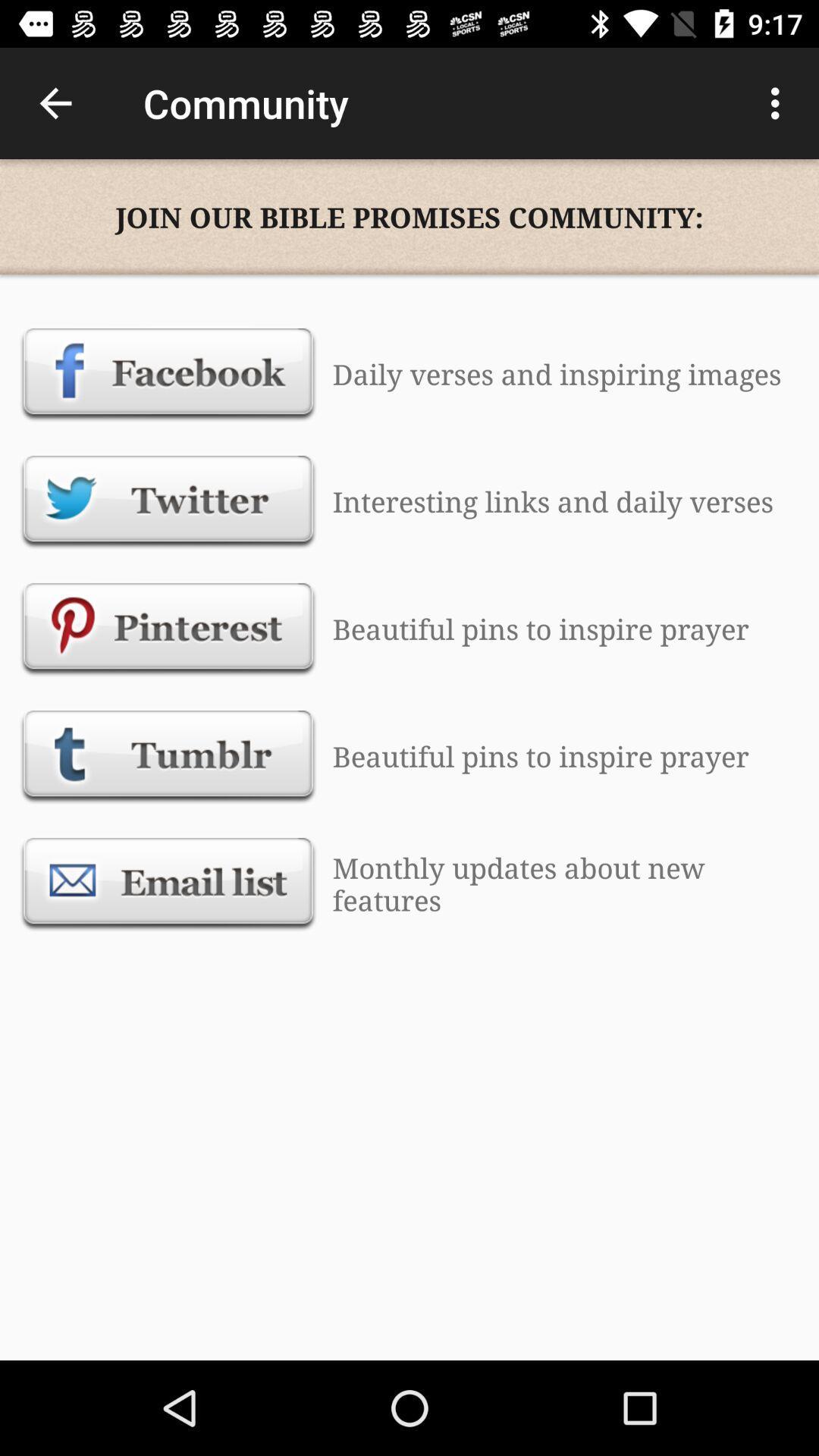 The image size is (819, 1456). Describe the element at coordinates (55, 102) in the screenshot. I see `the icon next to the community icon` at that location.